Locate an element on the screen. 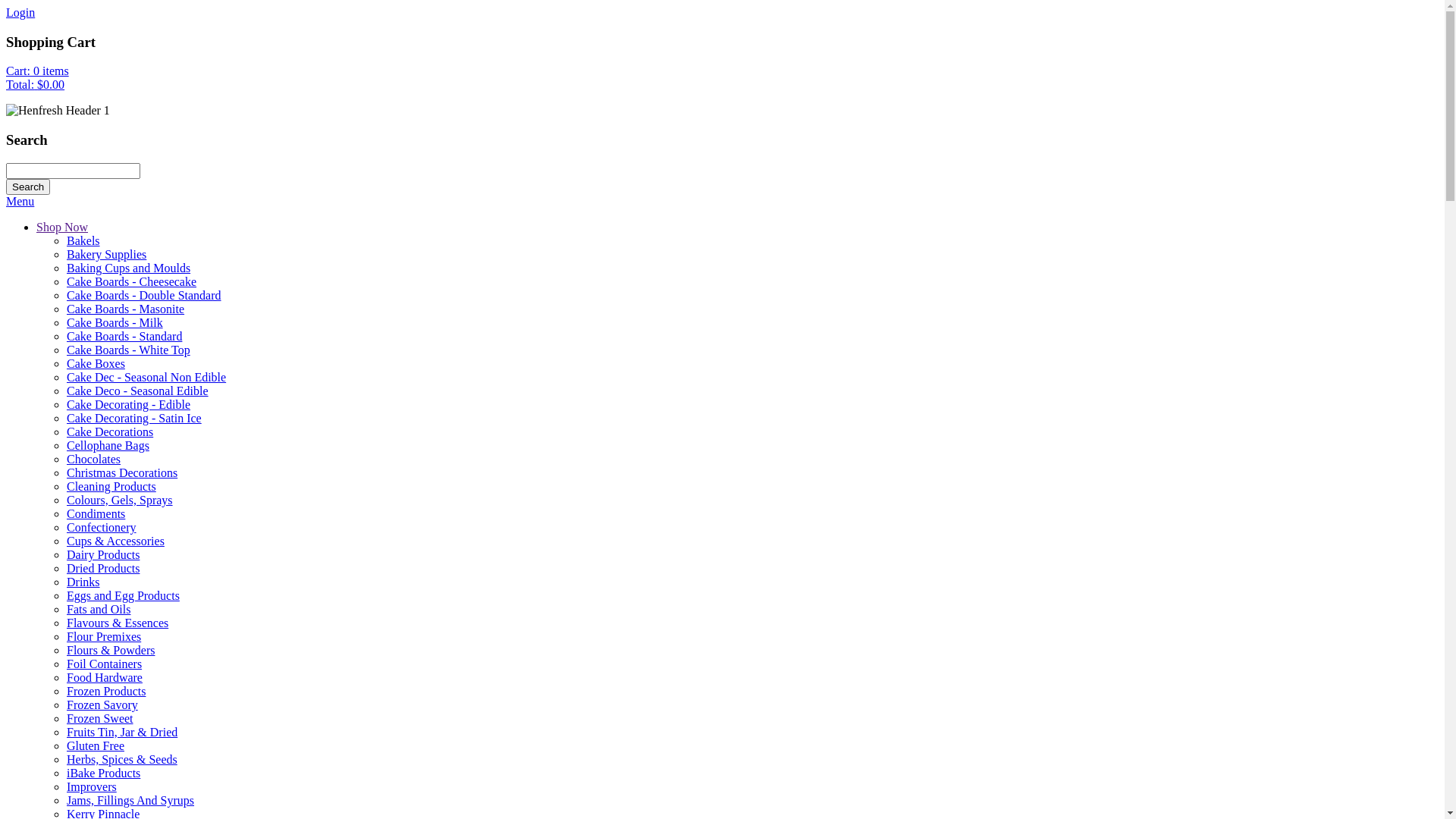 The width and height of the screenshot is (1456, 819). 'Food Hardware' is located at coordinates (104, 676).